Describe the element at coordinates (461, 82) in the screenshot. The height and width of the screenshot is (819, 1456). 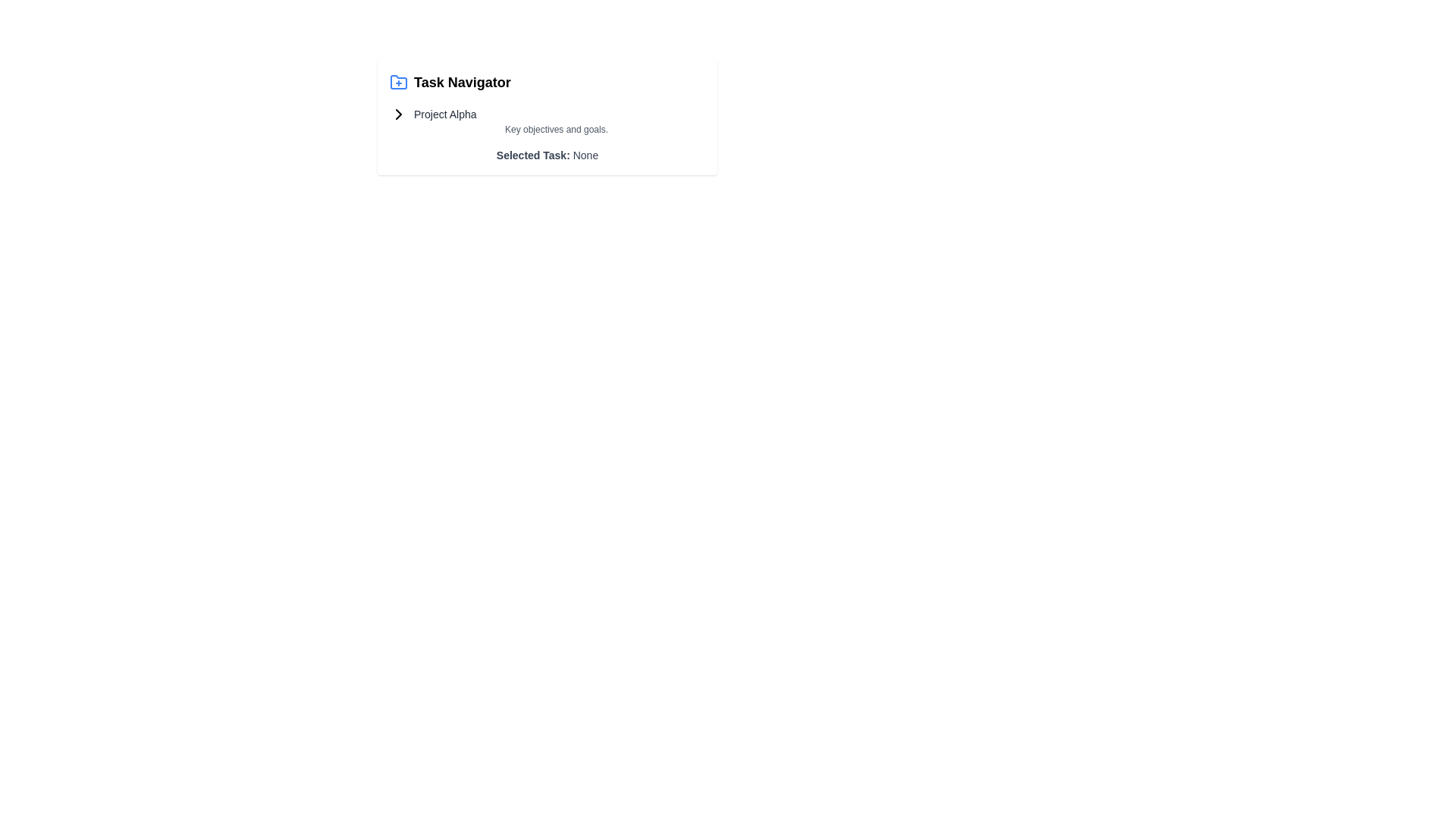
I see `the 'Task Navigator' label, which is styled with a bold, large black font and is located immediately to the right of a blue folder icon` at that location.